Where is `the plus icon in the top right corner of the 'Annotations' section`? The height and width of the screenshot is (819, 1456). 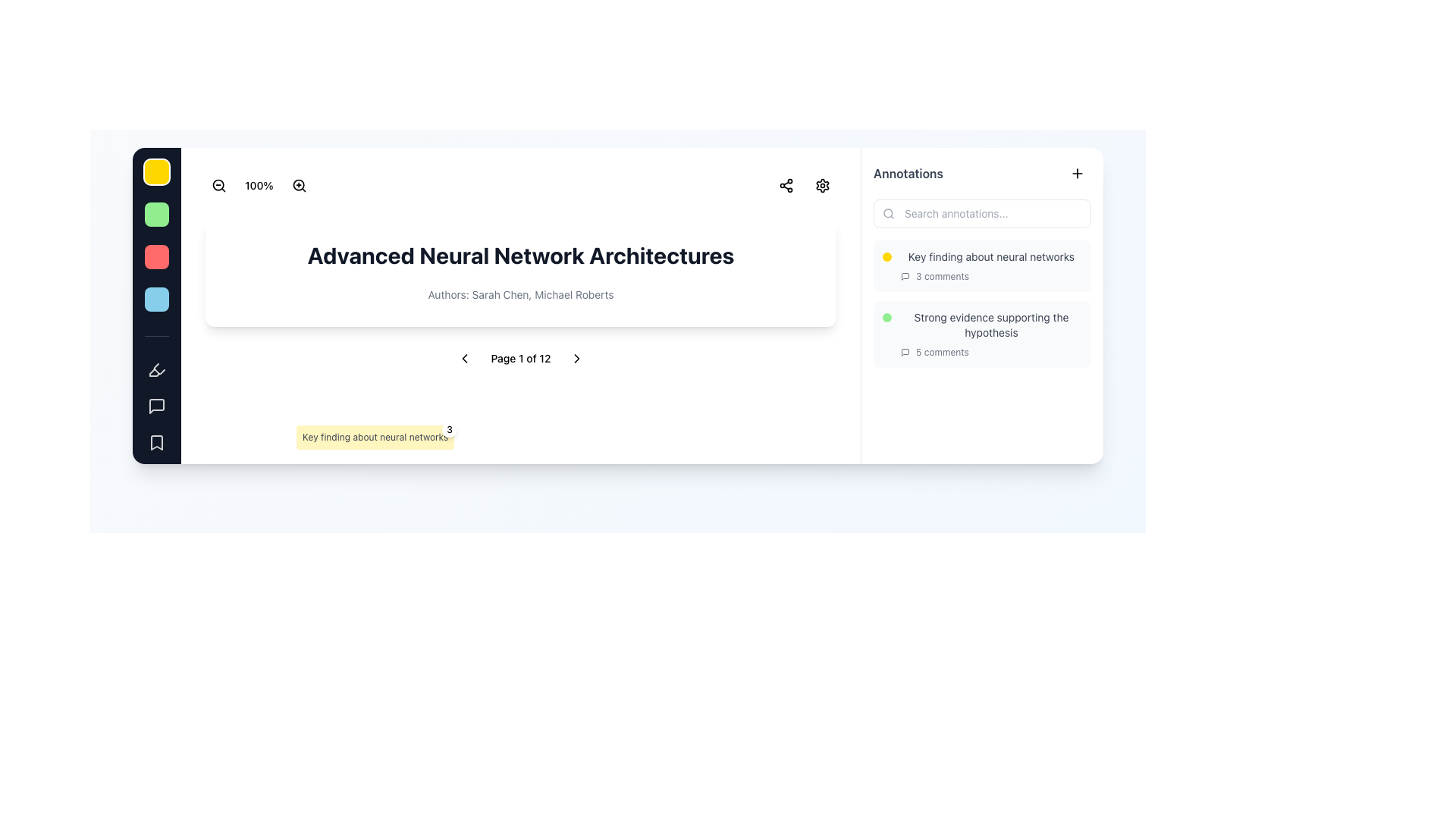
the plus icon in the top right corner of the 'Annotations' section is located at coordinates (1076, 172).